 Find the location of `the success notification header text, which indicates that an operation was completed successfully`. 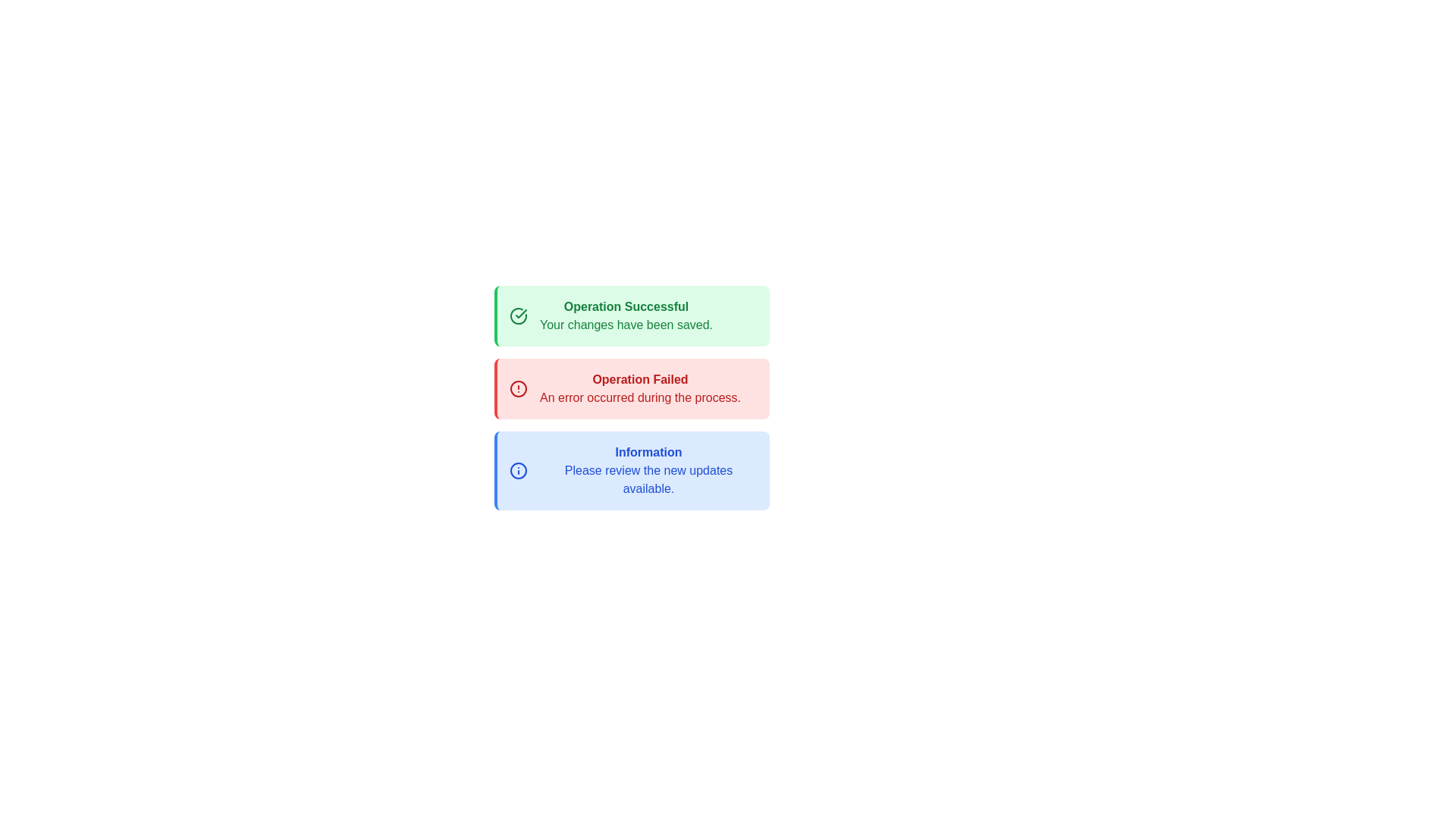

the success notification header text, which indicates that an operation was completed successfully is located at coordinates (626, 307).